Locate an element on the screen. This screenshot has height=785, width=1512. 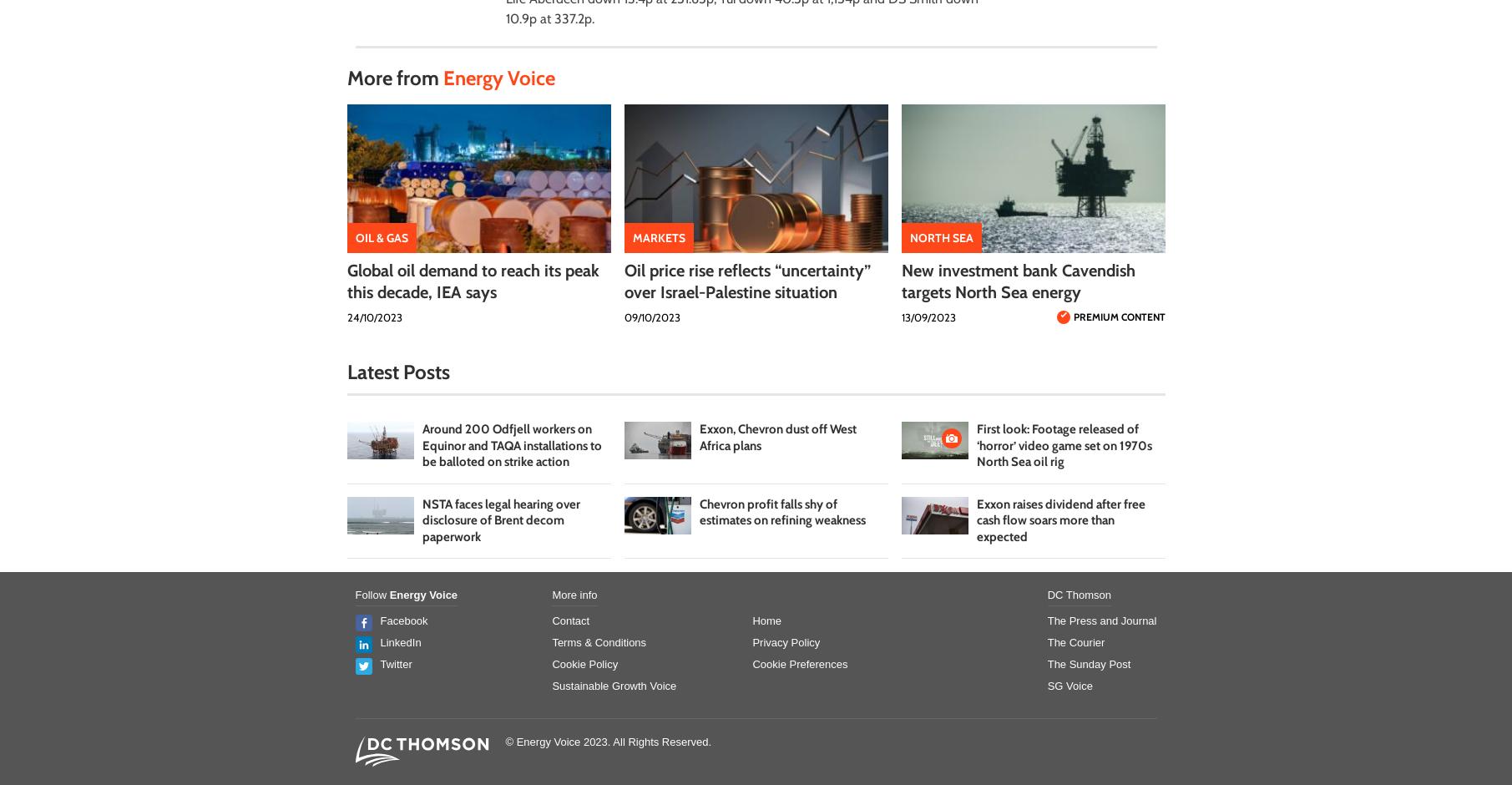
'Premium Content' is located at coordinates (1117, 316).